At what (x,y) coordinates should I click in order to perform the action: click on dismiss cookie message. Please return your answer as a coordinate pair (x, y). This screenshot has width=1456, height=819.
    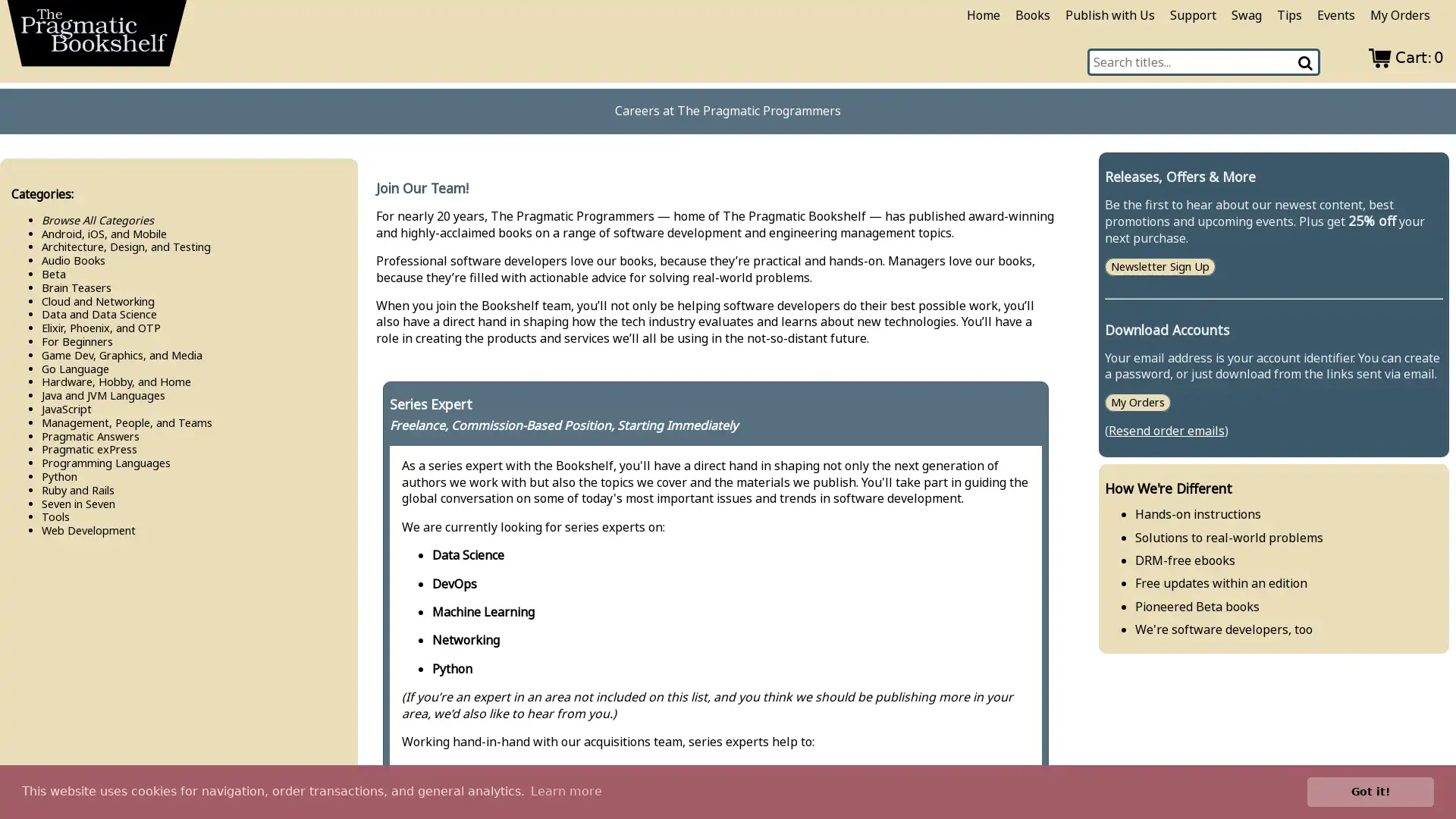
    Looking at the image, I should click on (1370, 791).